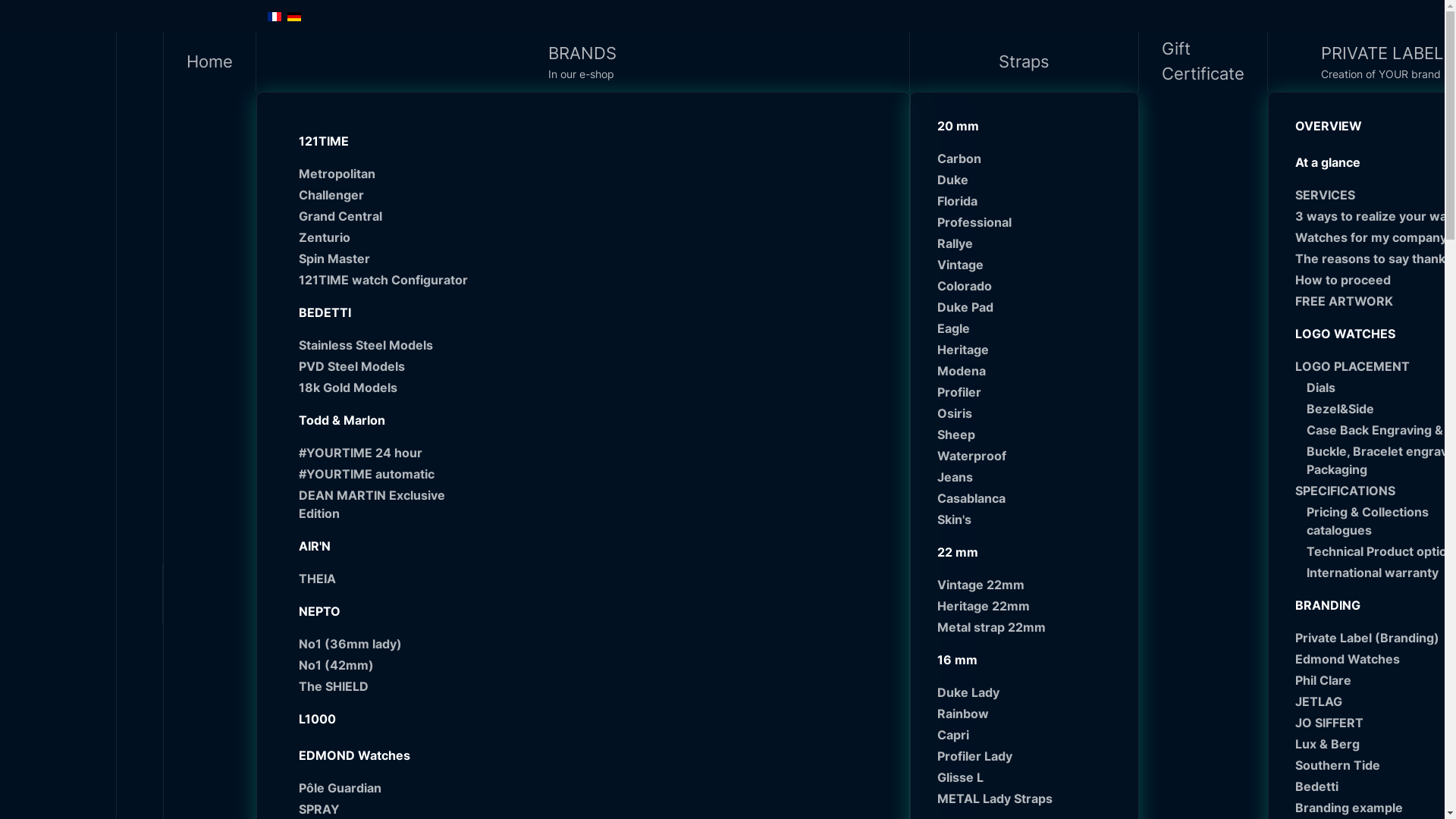 This screenshot has width=1456, height=819. What do you see at coordinates (384, 345) in the screenshot?
I see `'Stainless Steel Models'` at bounding box center [384, 345].